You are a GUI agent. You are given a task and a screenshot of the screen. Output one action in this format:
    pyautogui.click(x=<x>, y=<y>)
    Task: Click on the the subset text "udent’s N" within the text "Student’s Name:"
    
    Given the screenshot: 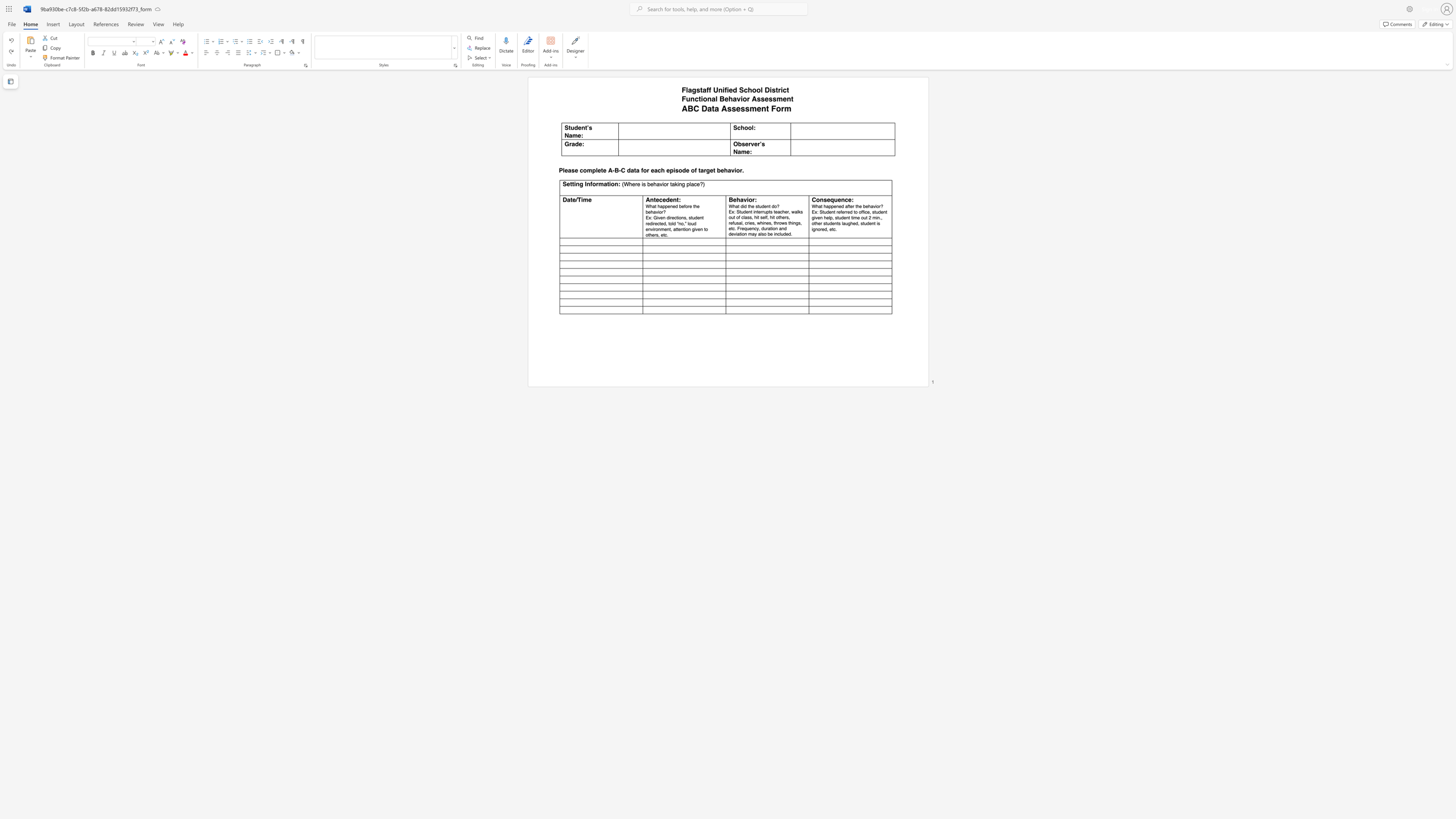 What is the action you would take?
    pyautogui.click(x=570, y=127)
    